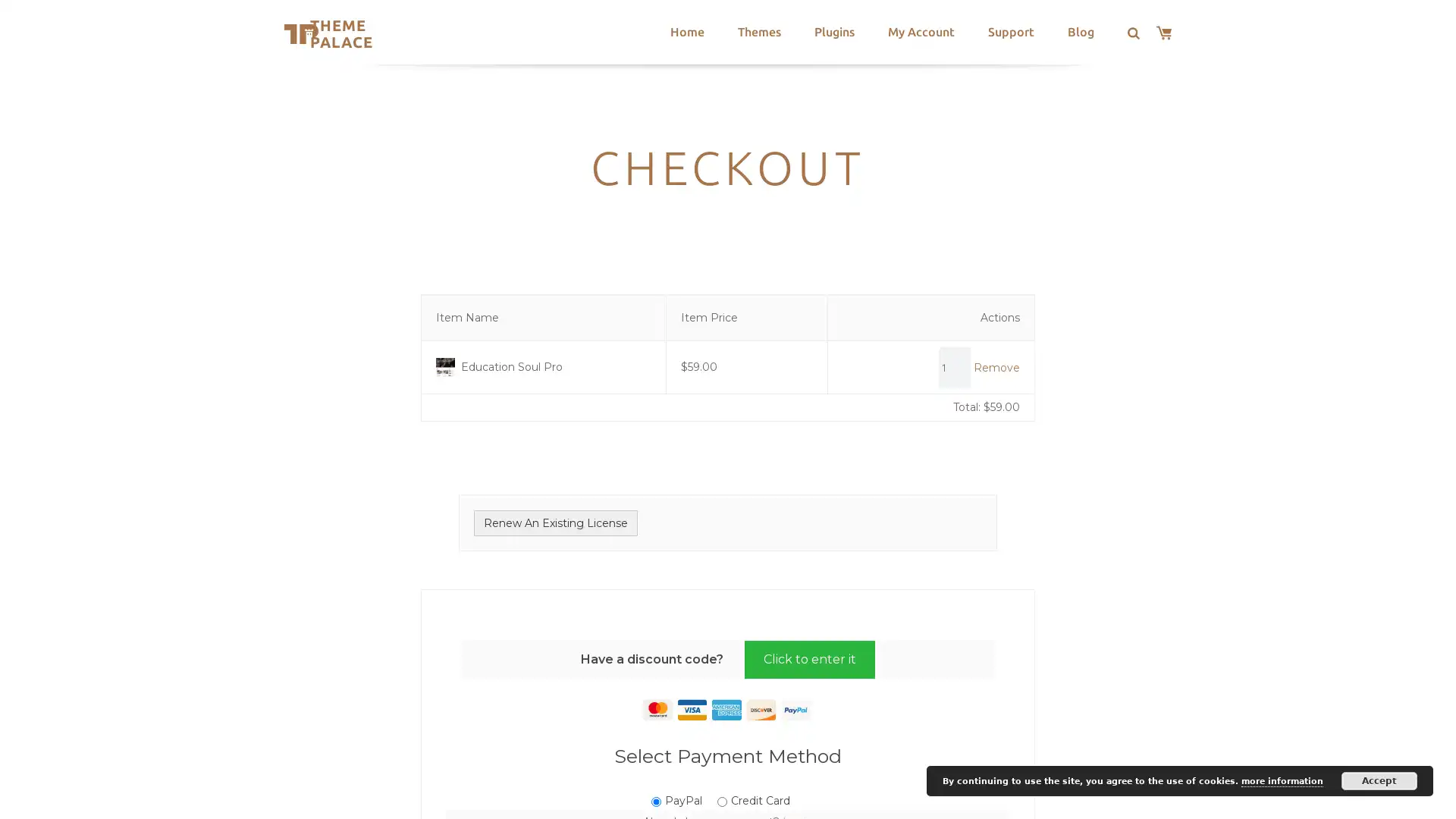  What do you see at coordinates (555, 522) in the screenshot?
I see `Renew An Existing License` at bounding box center [555, 522].